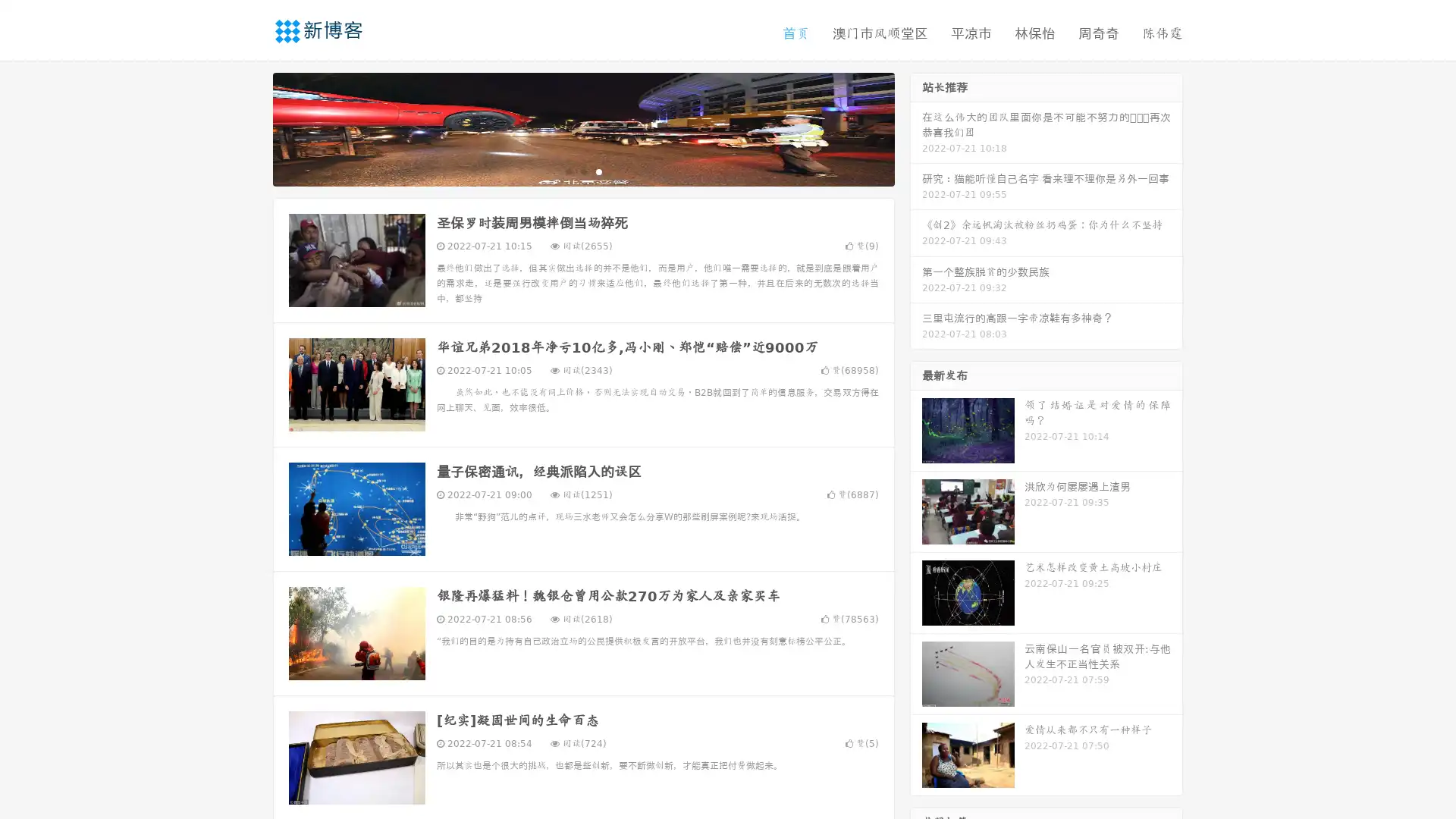  Describe the element at coordinates (567, 171) in the screenshot. I see `Go to slide 1` at that location.